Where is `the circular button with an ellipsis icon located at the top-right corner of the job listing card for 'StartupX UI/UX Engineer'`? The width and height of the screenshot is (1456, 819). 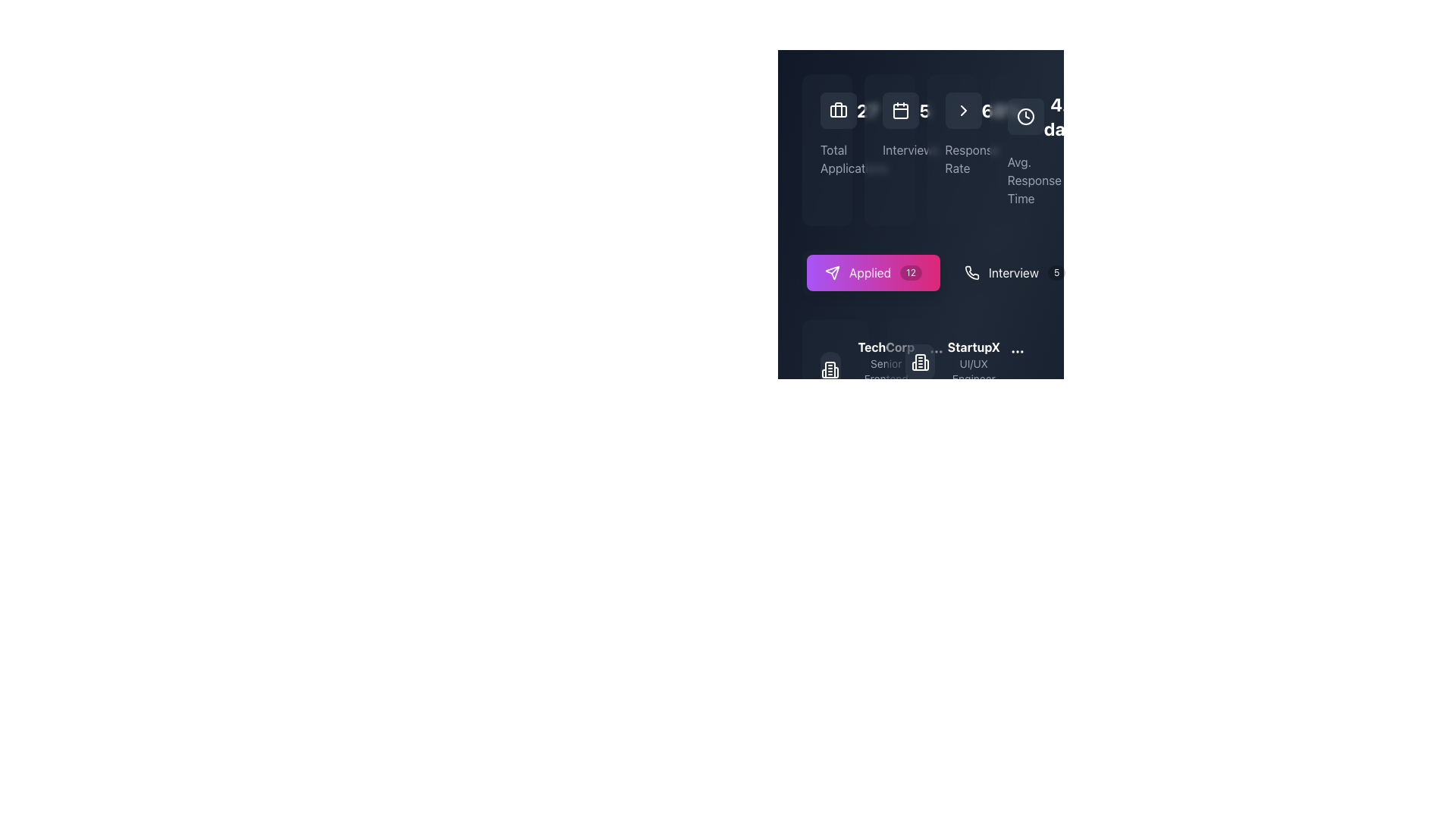 the circular button with an ellipsis icon located at the top-right corner of the job listing card for 'StartupX UI/UX Engineer' is located at coordinates (1017, 351).